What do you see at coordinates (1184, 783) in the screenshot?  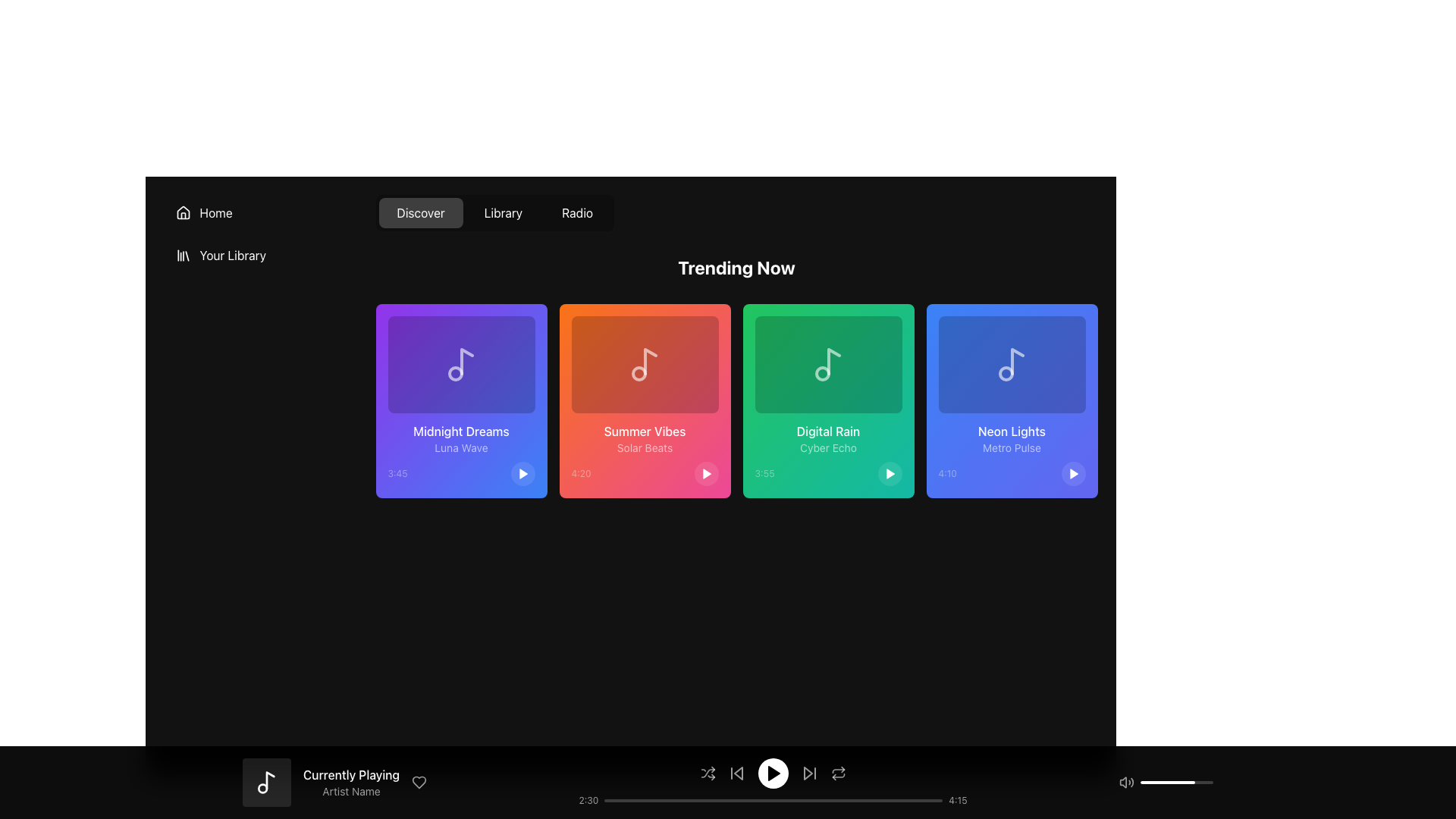 I see `the slider value` at bounding box center [1184, 783].